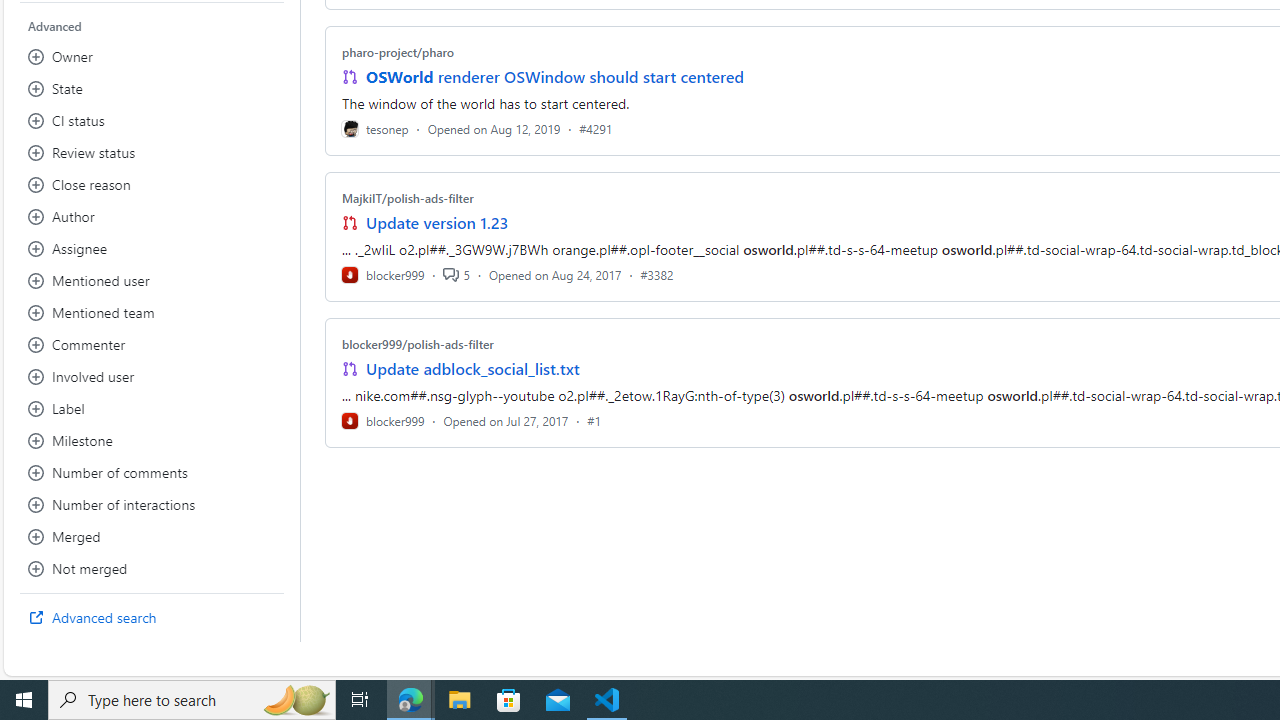  Describe the element at coordinates (554, 76) in the screenshot. I see `'OSWorld renderer OSWindow should start centered'` at that location.